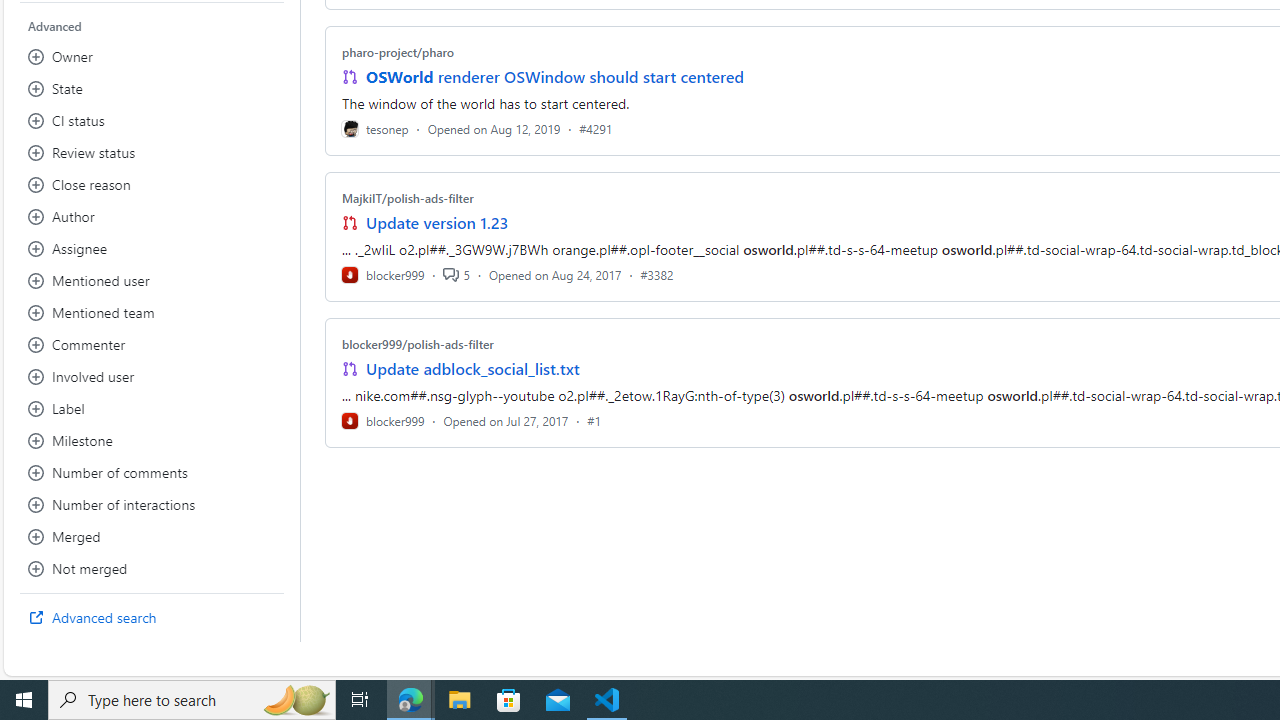  Describe the element at coordinates (554, 76) in the screenshot. I see `'OSWorld renderer OSWindow should start centered'` at that location.